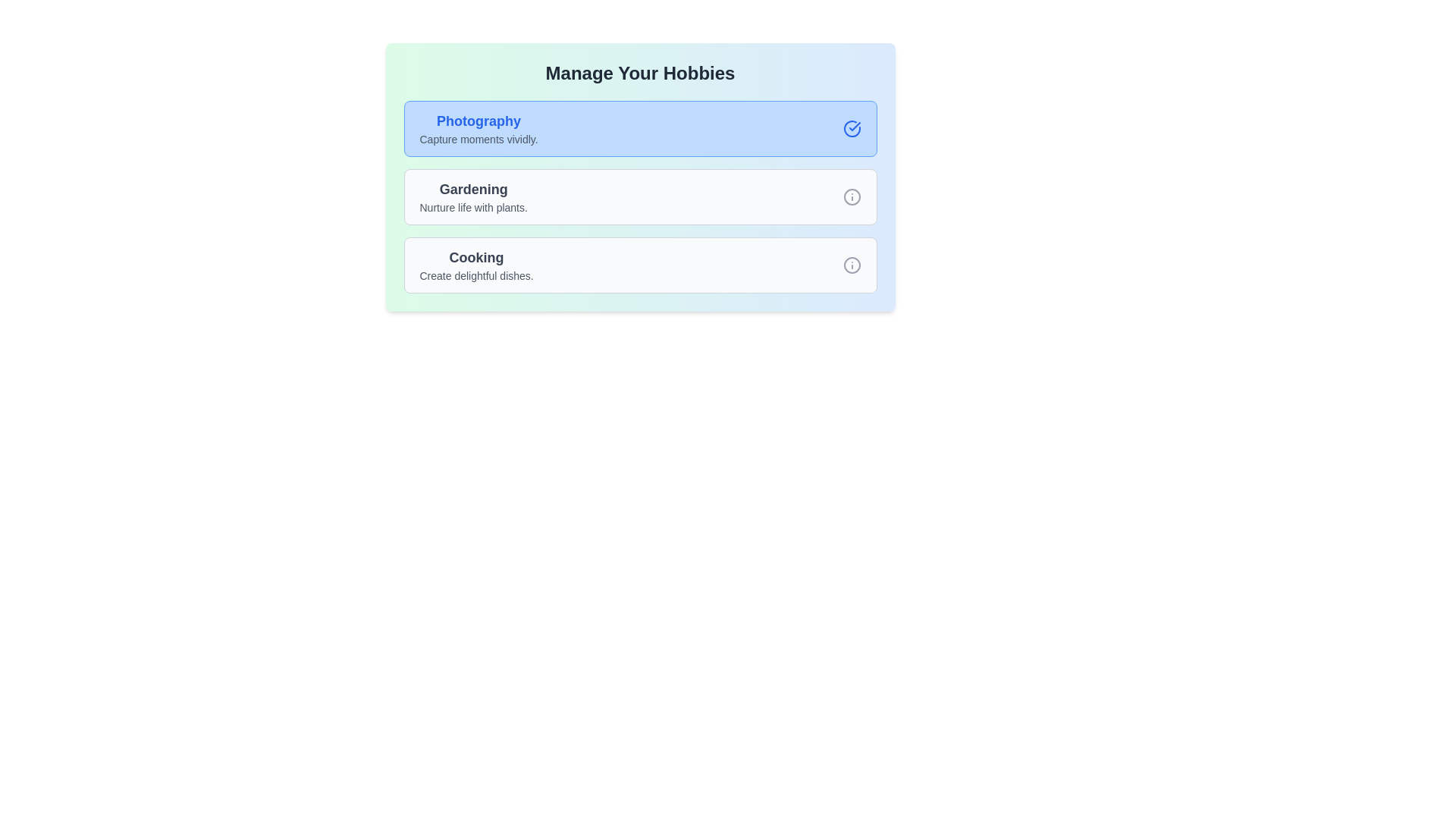  Describe the element at coordinates (640, 196) in the screenshot. I see `the hobby card with the name Gardening` at that location.